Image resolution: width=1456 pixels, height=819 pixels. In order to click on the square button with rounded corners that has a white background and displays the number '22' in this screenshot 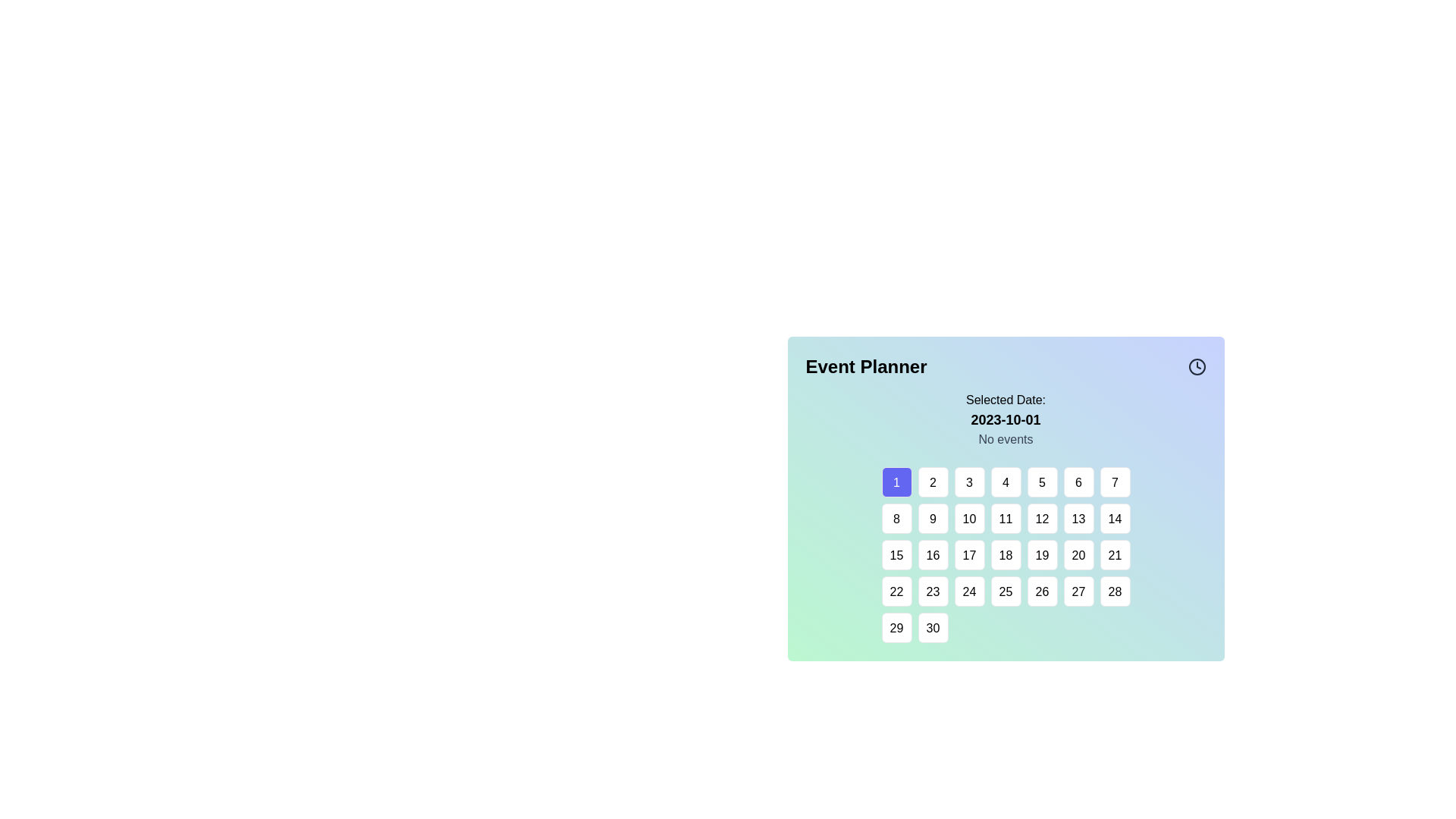, I will do `click(896, 590)`.